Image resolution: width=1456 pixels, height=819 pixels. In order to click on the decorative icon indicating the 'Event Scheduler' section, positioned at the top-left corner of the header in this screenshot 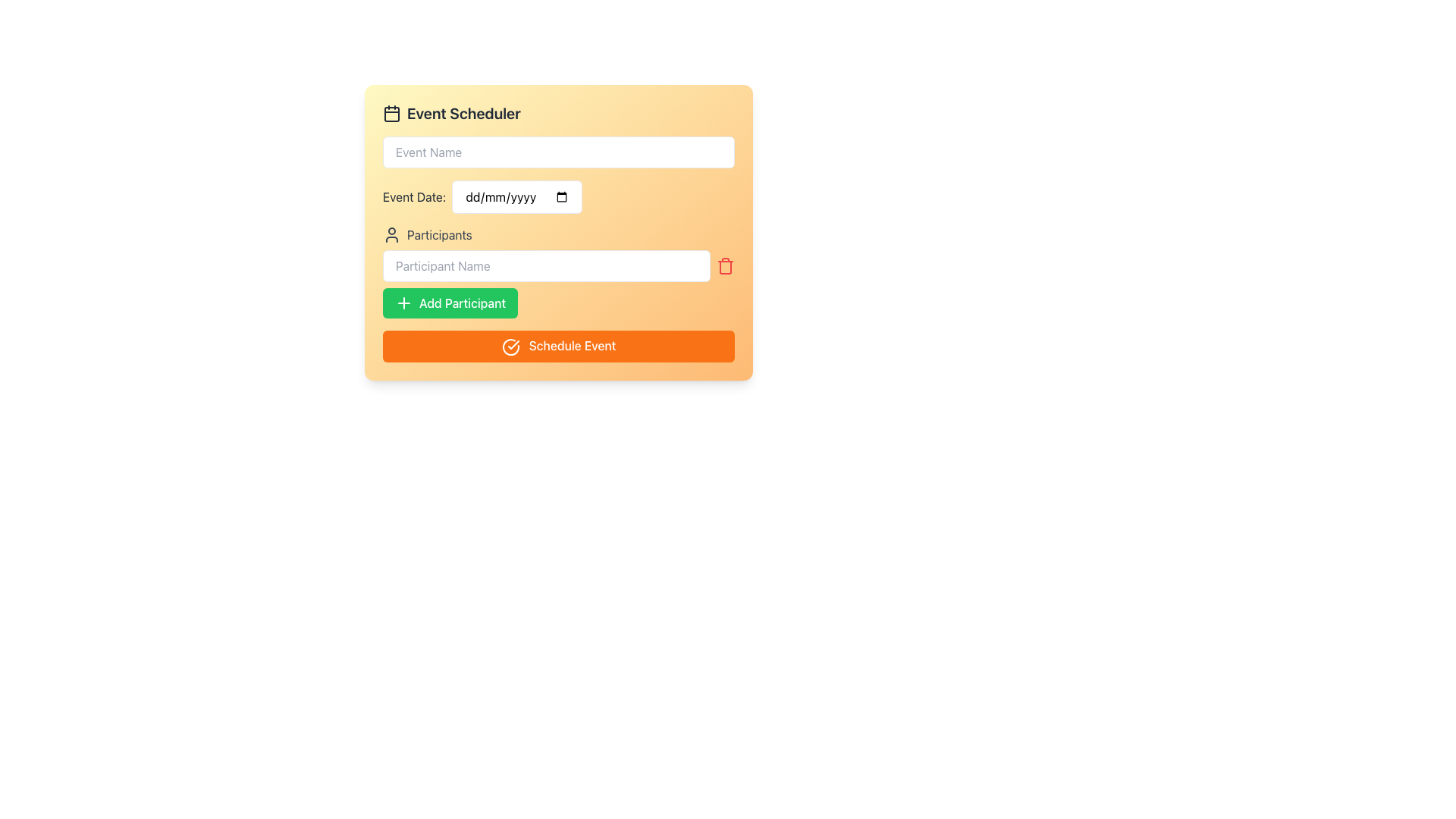, I will do `click(392, 113)`.